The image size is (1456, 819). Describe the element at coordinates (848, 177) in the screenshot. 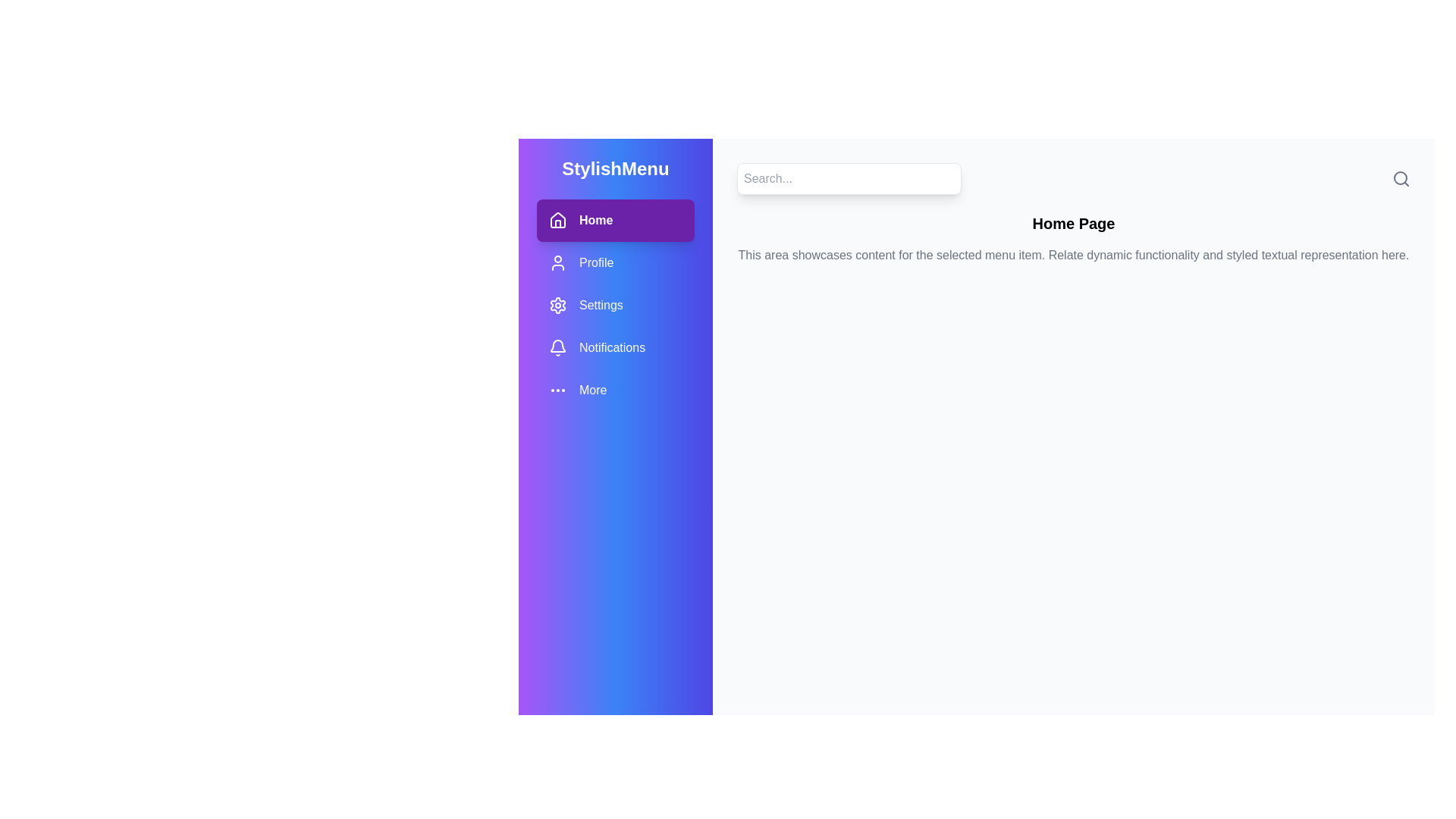

I see `the search input field to focus on it` at that location.